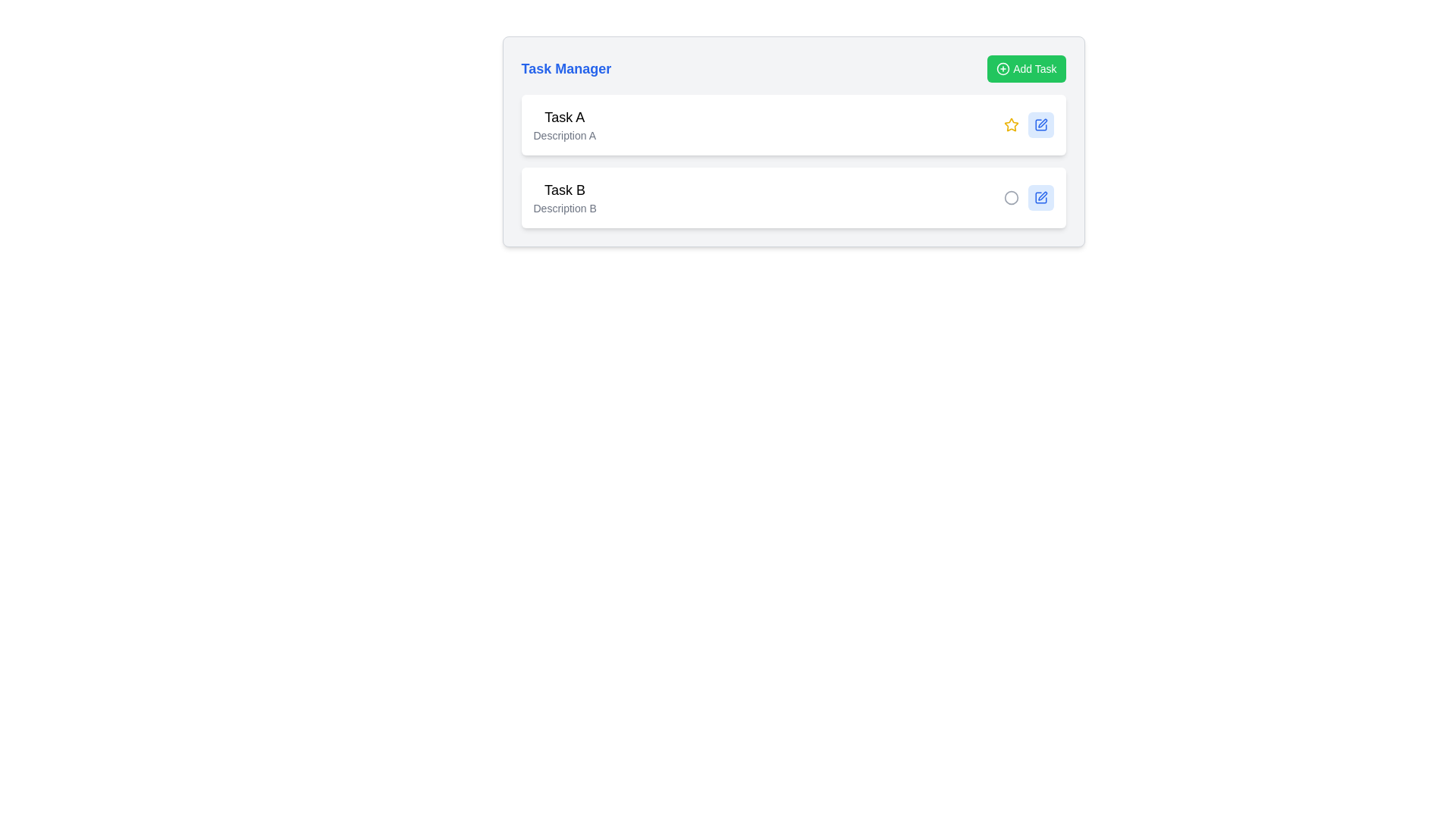 The height and width of the screenshot is (819, 1456). What do you see at coordinates (563, 134) in the screenshot?
I see `the text label 'Description A' styled in smaller grey font, located below 'Task A' in the first card of the 'Task Manager' interface` at bounding box center [563, 134].